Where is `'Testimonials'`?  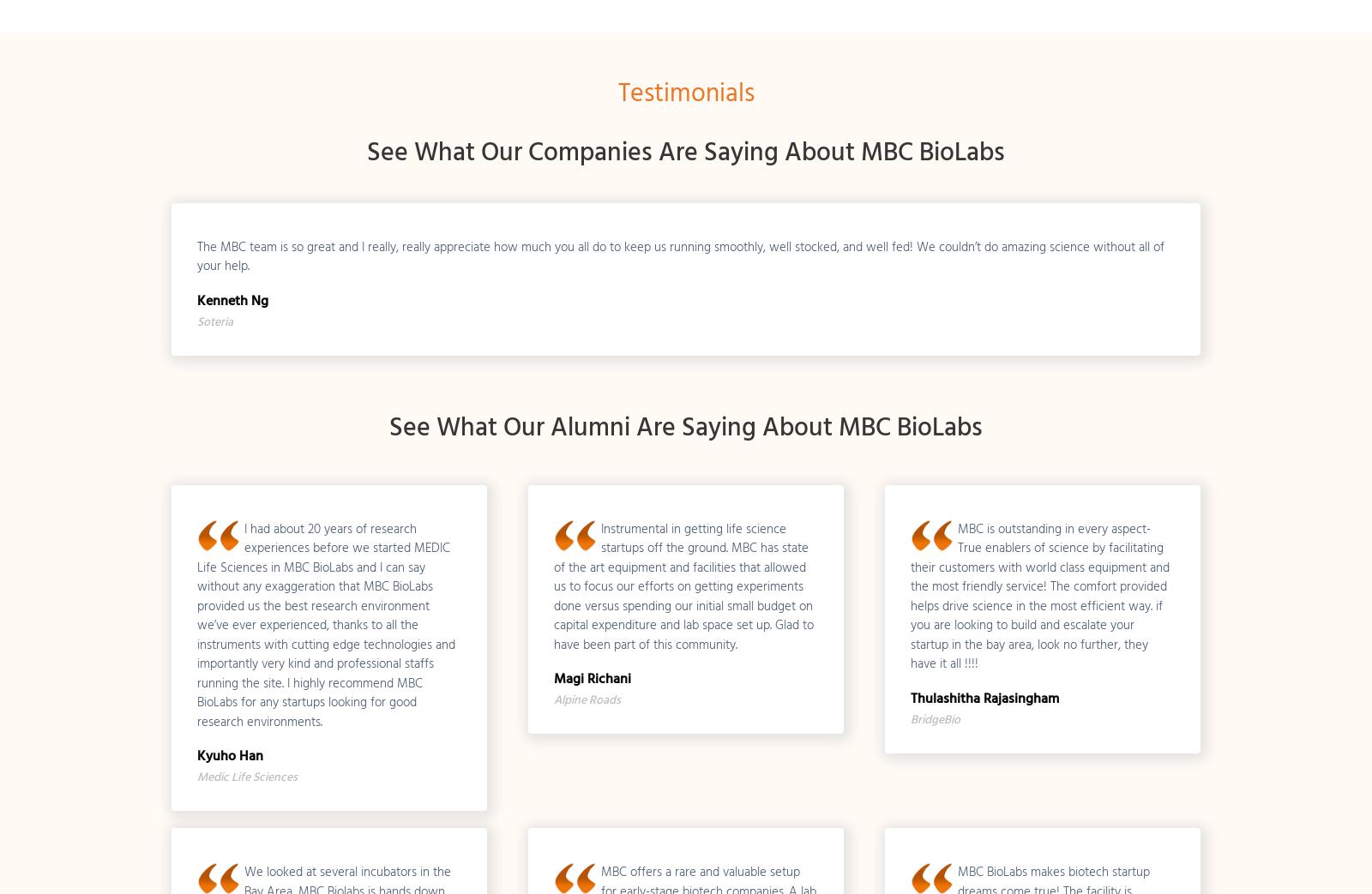 'Testimonials' is located at coordinates (617, 93).